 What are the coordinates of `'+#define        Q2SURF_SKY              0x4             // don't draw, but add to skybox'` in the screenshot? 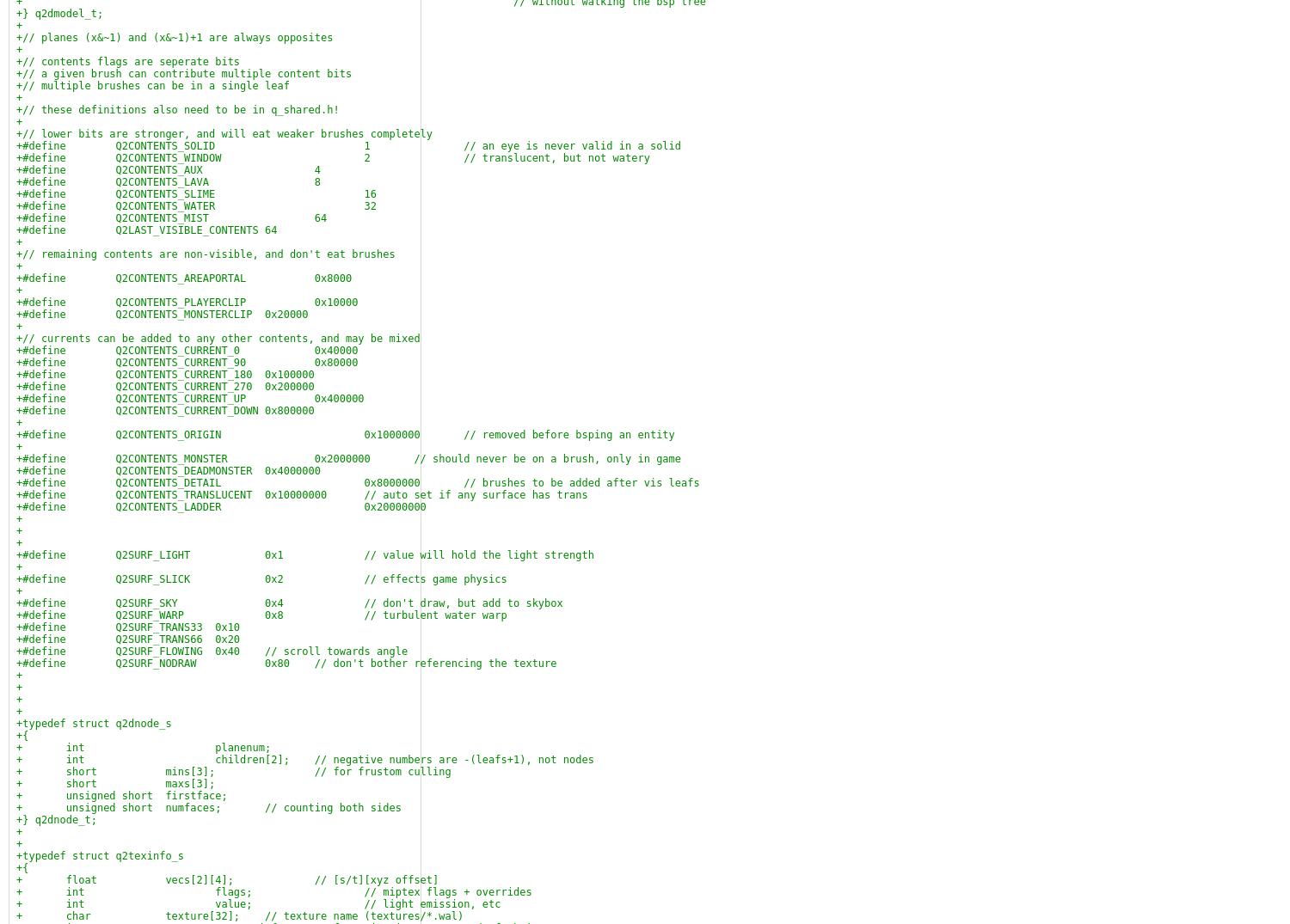 It's located at (288, 602).